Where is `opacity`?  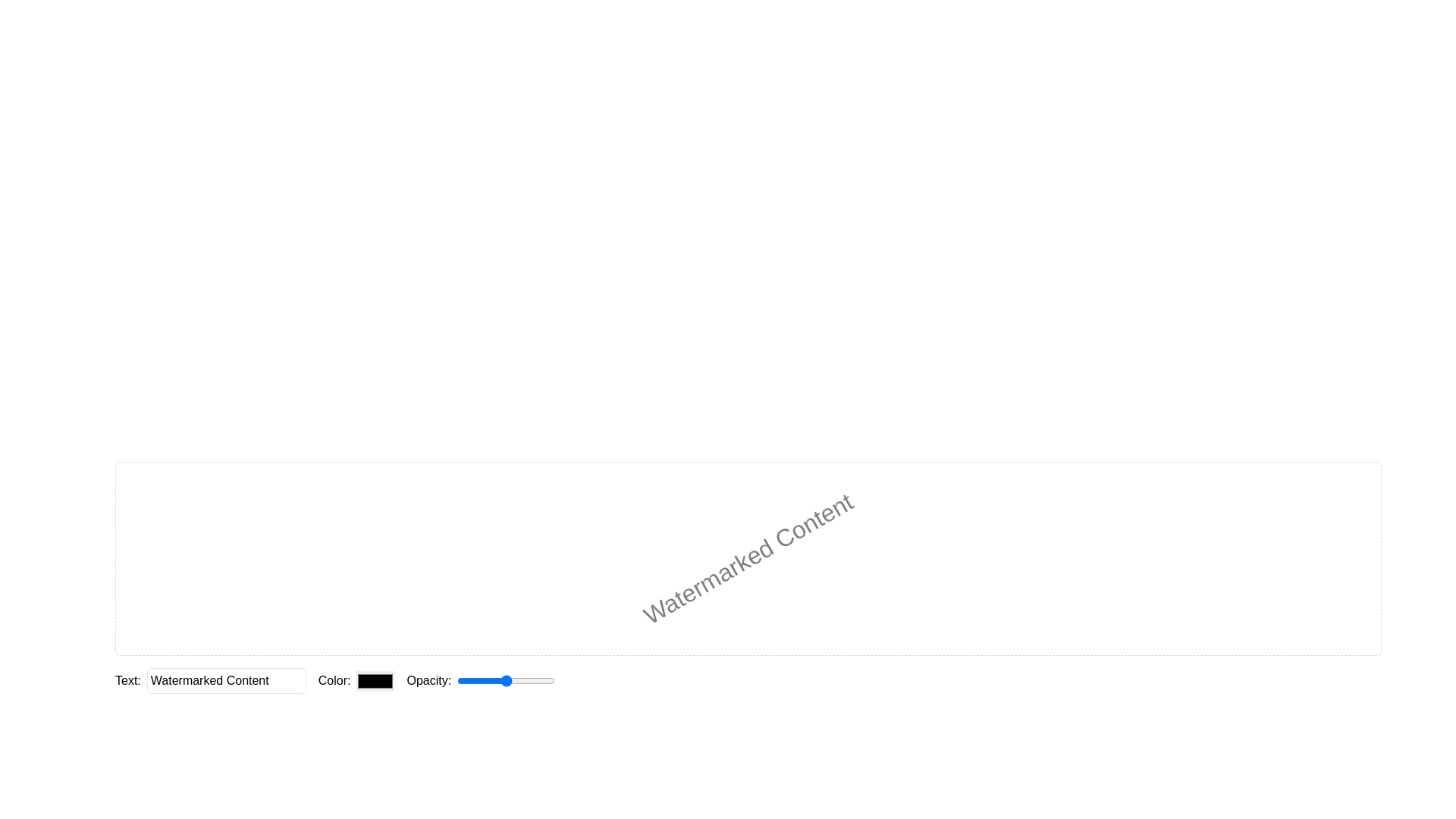 opacity is located at coordinates (530, 680).